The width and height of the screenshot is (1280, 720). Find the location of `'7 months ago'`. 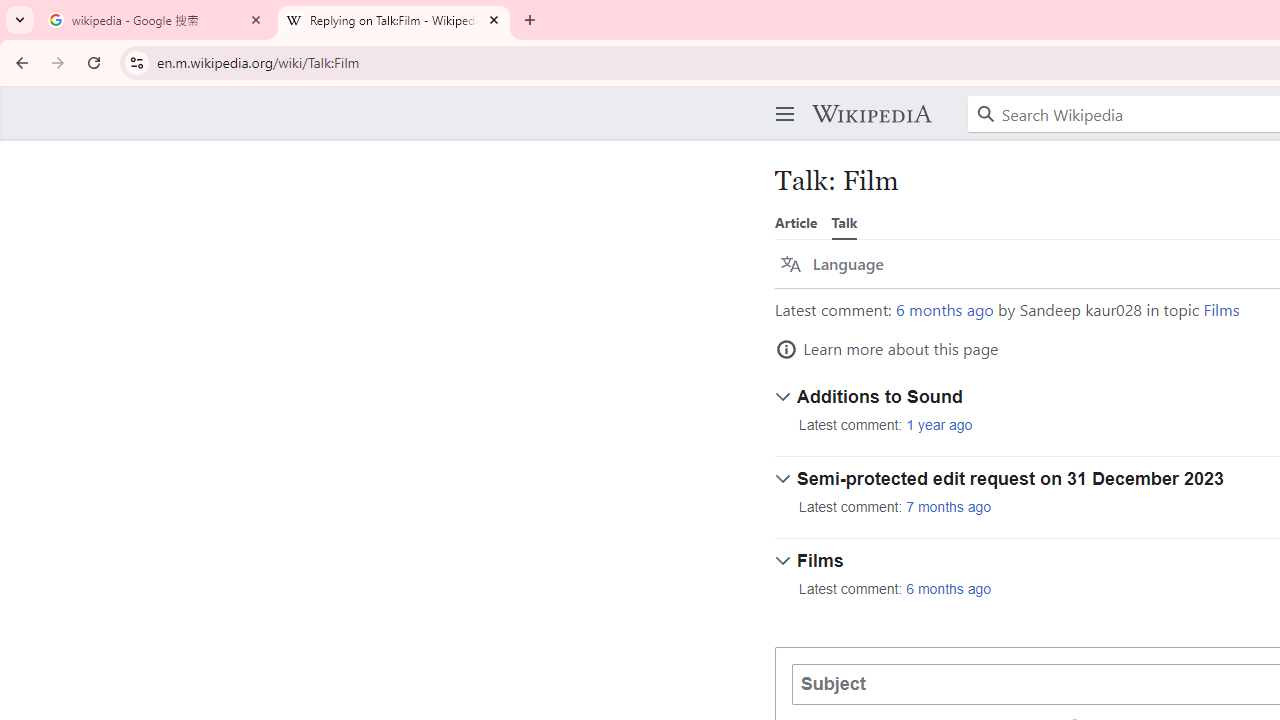

'7 months ago' is located at coordinates (948, 506).